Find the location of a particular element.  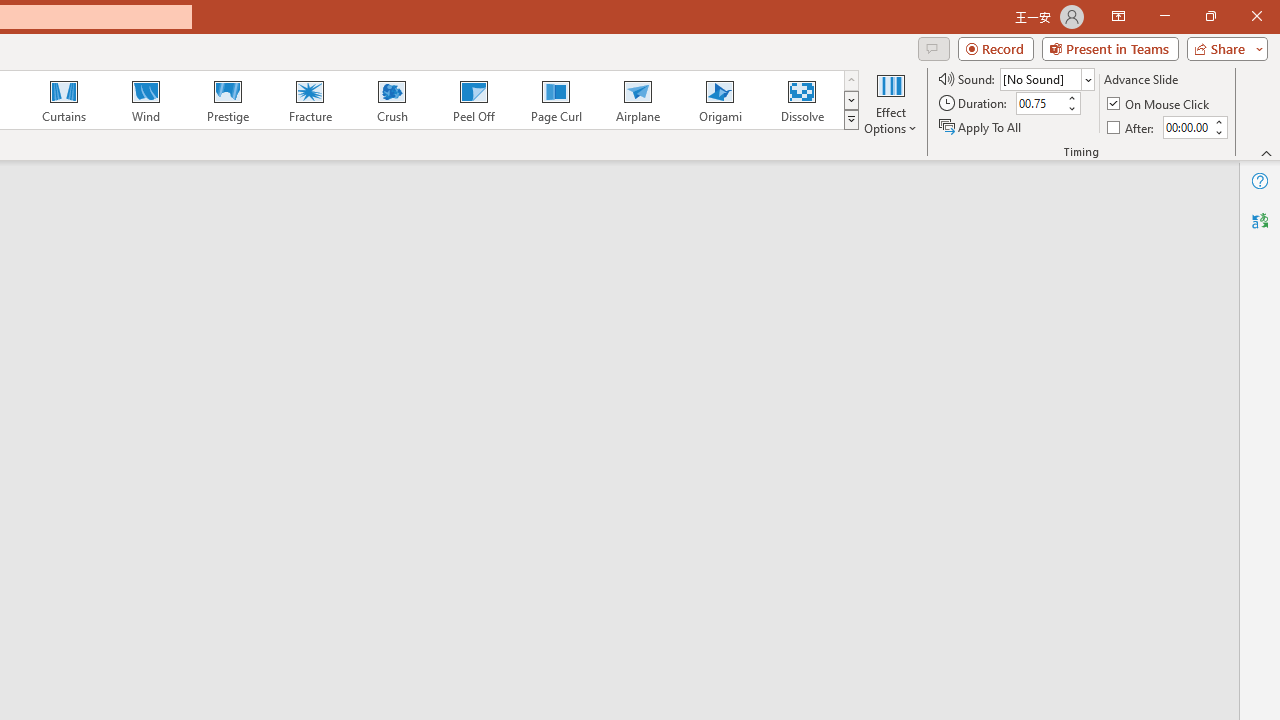

'Origami' is located at coordinates (720, 100).